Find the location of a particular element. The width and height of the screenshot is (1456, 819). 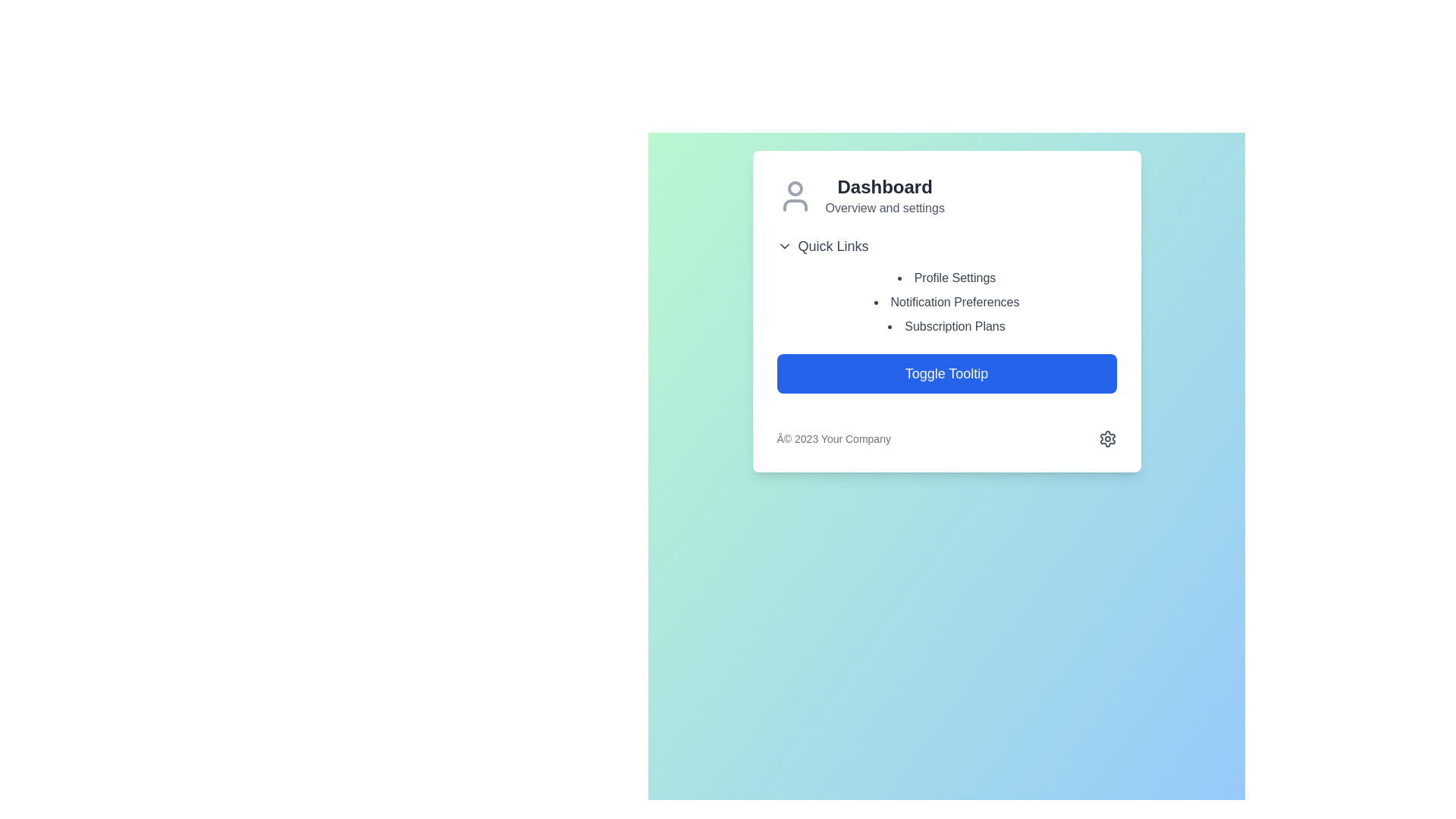

the 'Notification Preferences' text label, which is the second item in the 'Quick Links' list, to associate it with its functional context is located at coordinates (946, 302).